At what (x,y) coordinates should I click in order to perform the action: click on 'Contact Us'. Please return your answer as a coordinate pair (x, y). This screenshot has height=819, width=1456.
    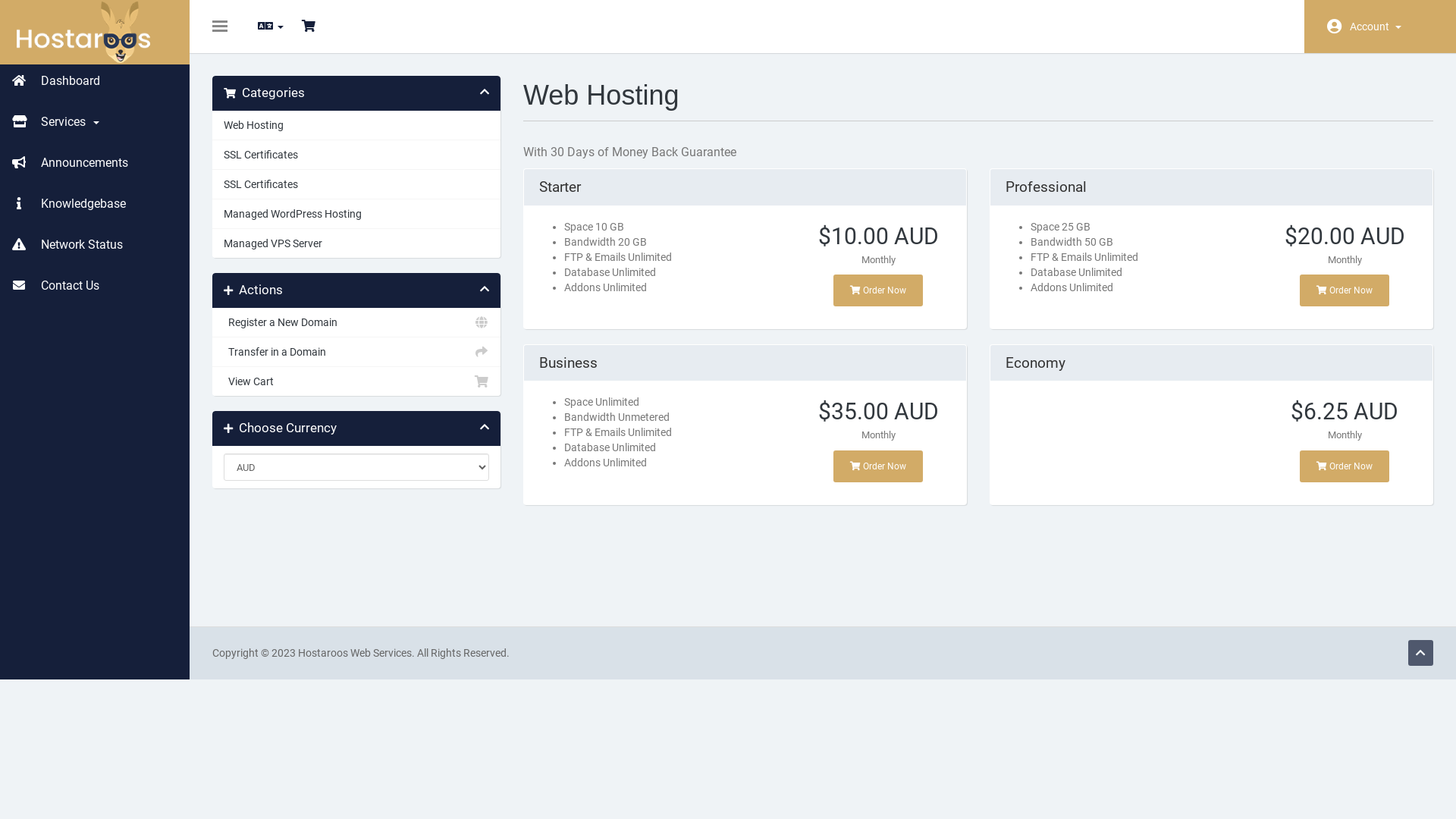
    Looking at the image, I should click on (93, 286).